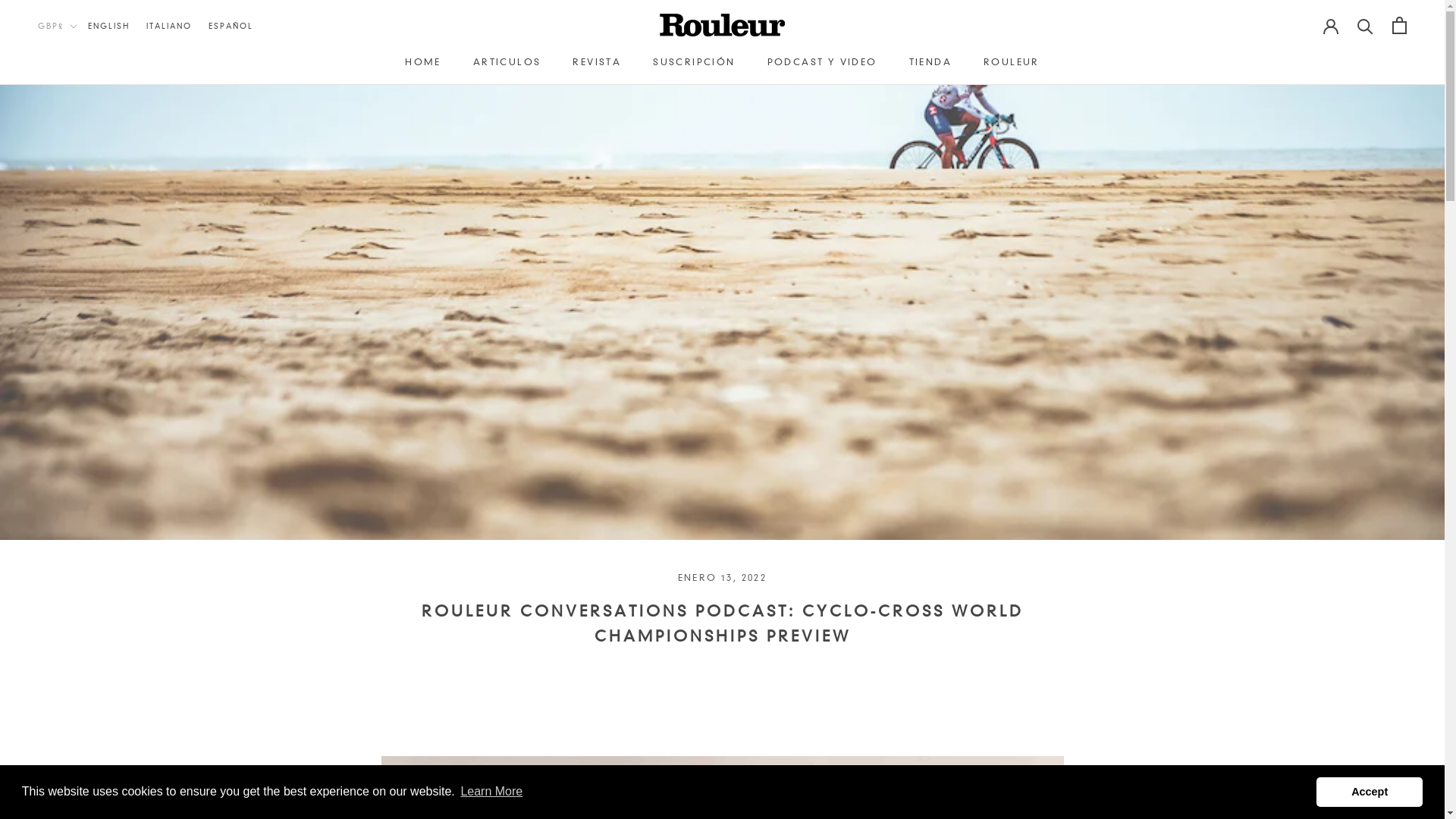  What do you see at coordinates (507, 61) in the screenshot?
I see `'ARTICULOS'` at bounding box center [507, 61].